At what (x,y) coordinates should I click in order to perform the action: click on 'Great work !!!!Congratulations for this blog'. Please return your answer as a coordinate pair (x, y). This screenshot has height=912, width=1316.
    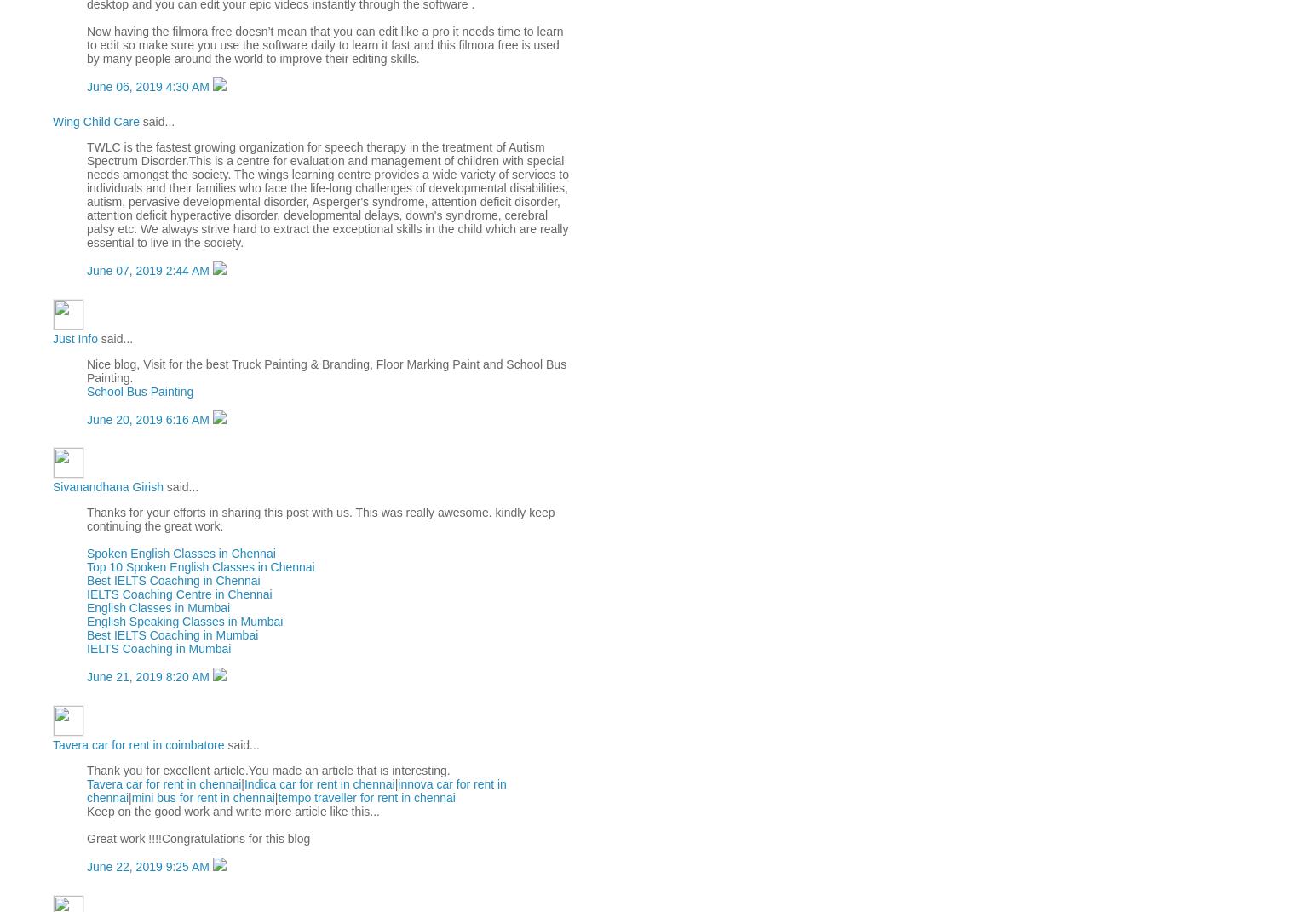
    Looking at the image, I should click on (85, 837).